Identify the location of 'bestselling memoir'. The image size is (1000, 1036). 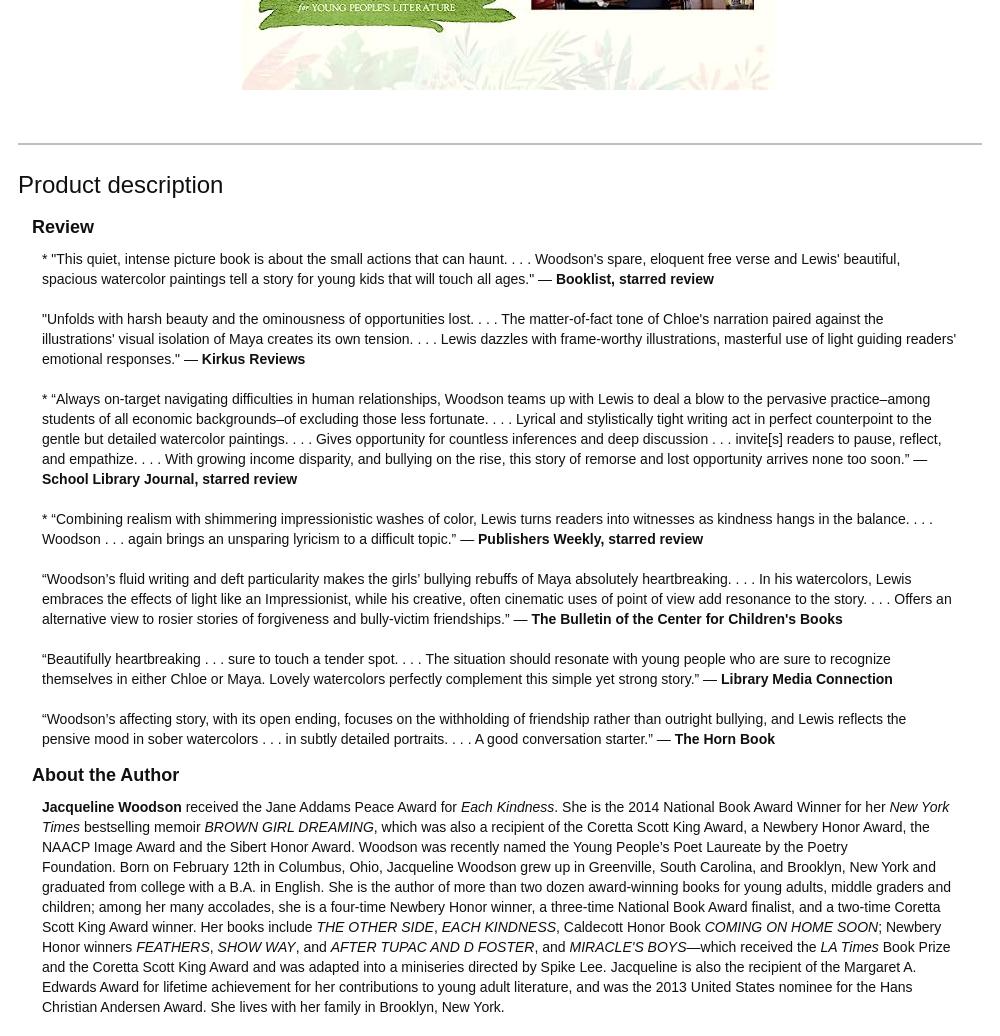
(143, 826).